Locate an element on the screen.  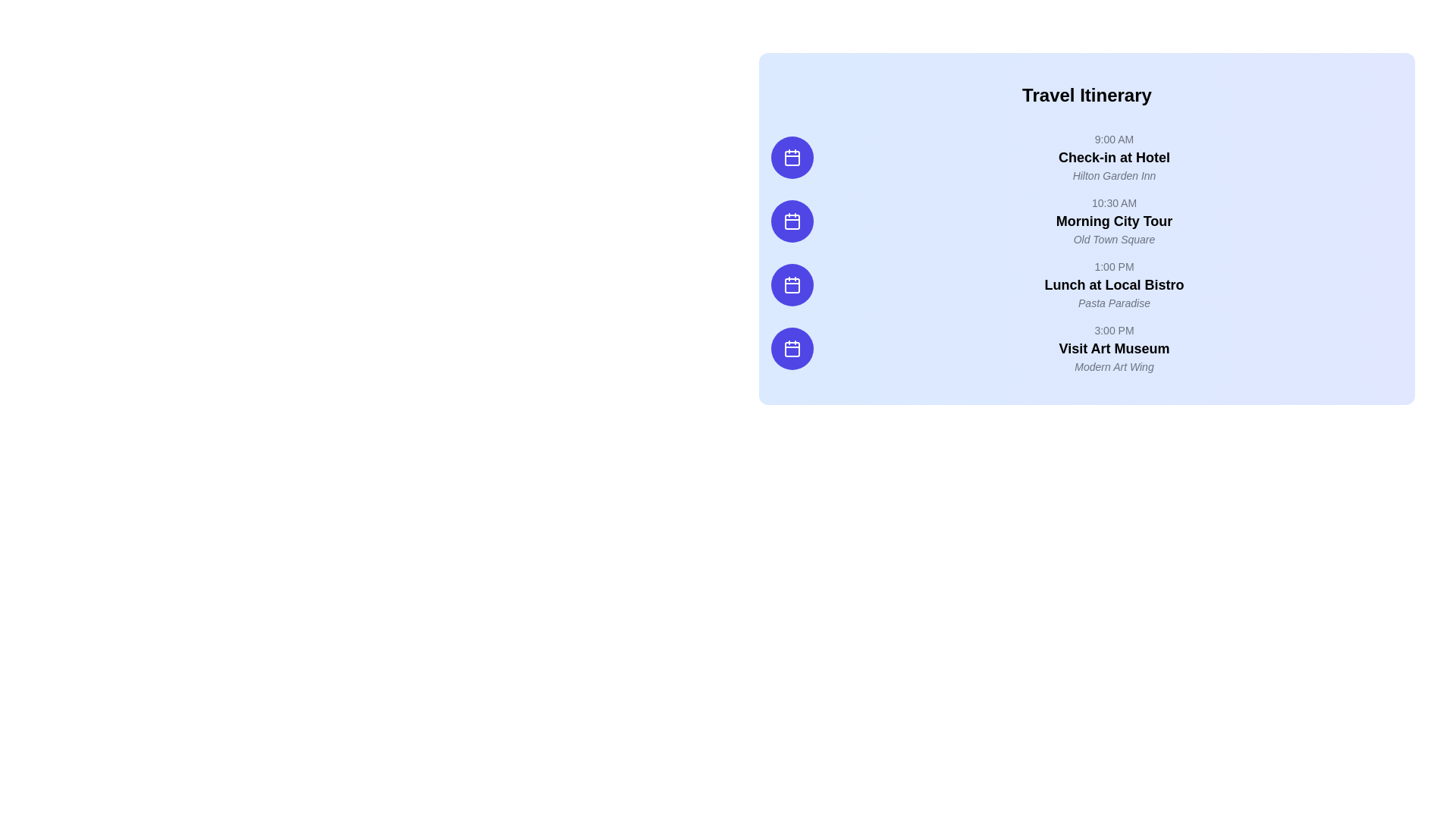
the static text displaying 'Modern Art Wing', which is italicized and grey, located beneath 'Visit Art Museum' is located at coordinates (1114, 366).